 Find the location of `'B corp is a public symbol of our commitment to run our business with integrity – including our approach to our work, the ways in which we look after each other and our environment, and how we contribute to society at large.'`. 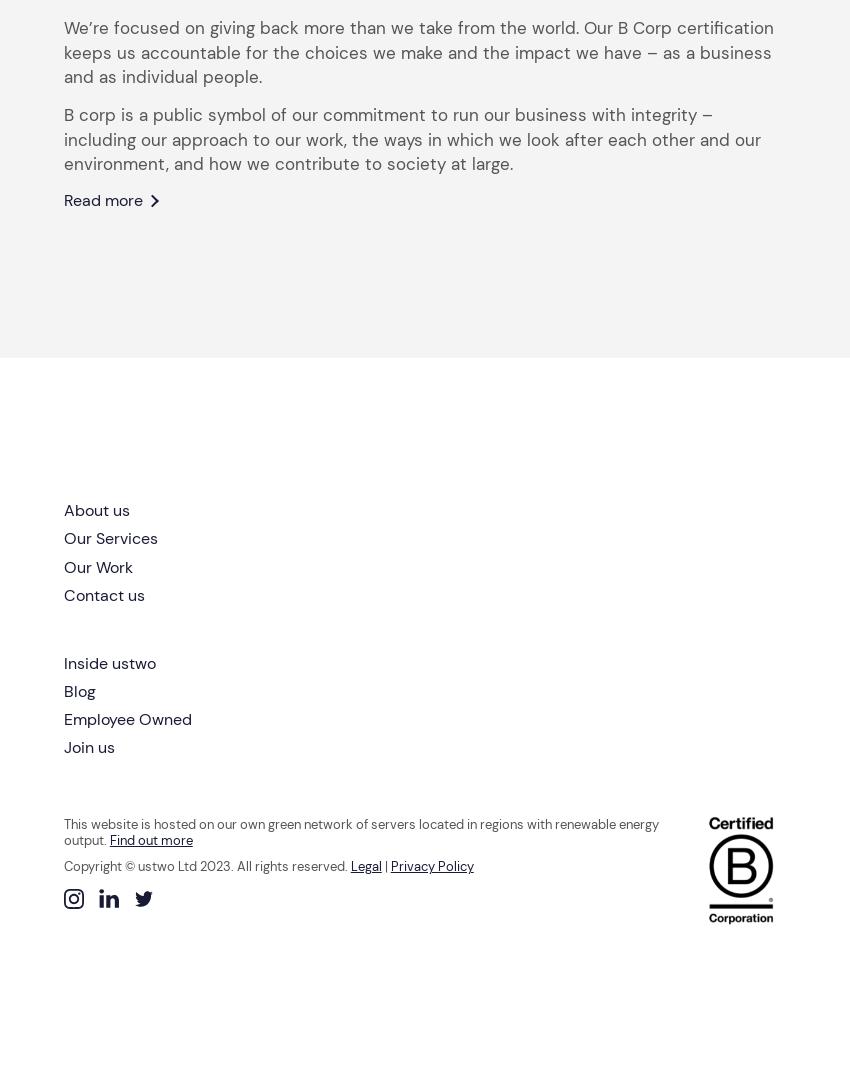

'B corp is a public symbol of our commitment to run our business with integrity – including our approach to our work, the ways in which we look after each other and our environment, and how we contribute to society at large.' is located at coordinates (411, 139).